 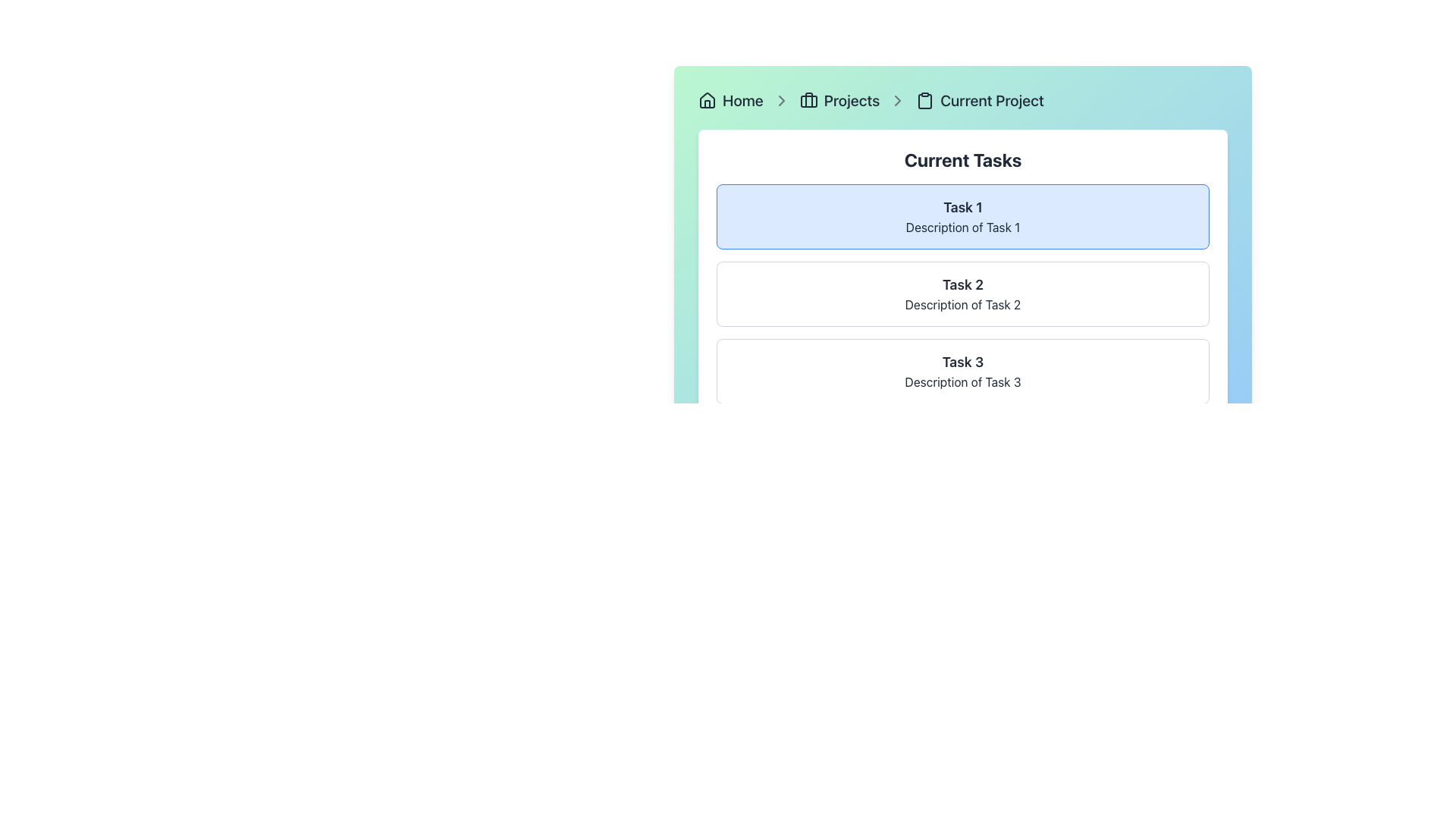 I want to click on the second arrow-shaped icon in the breadcrumb navigation bar, which is styled with a black outline and separates the 'Projects' and 'Current Project' labels, so click(x=781, y=100).